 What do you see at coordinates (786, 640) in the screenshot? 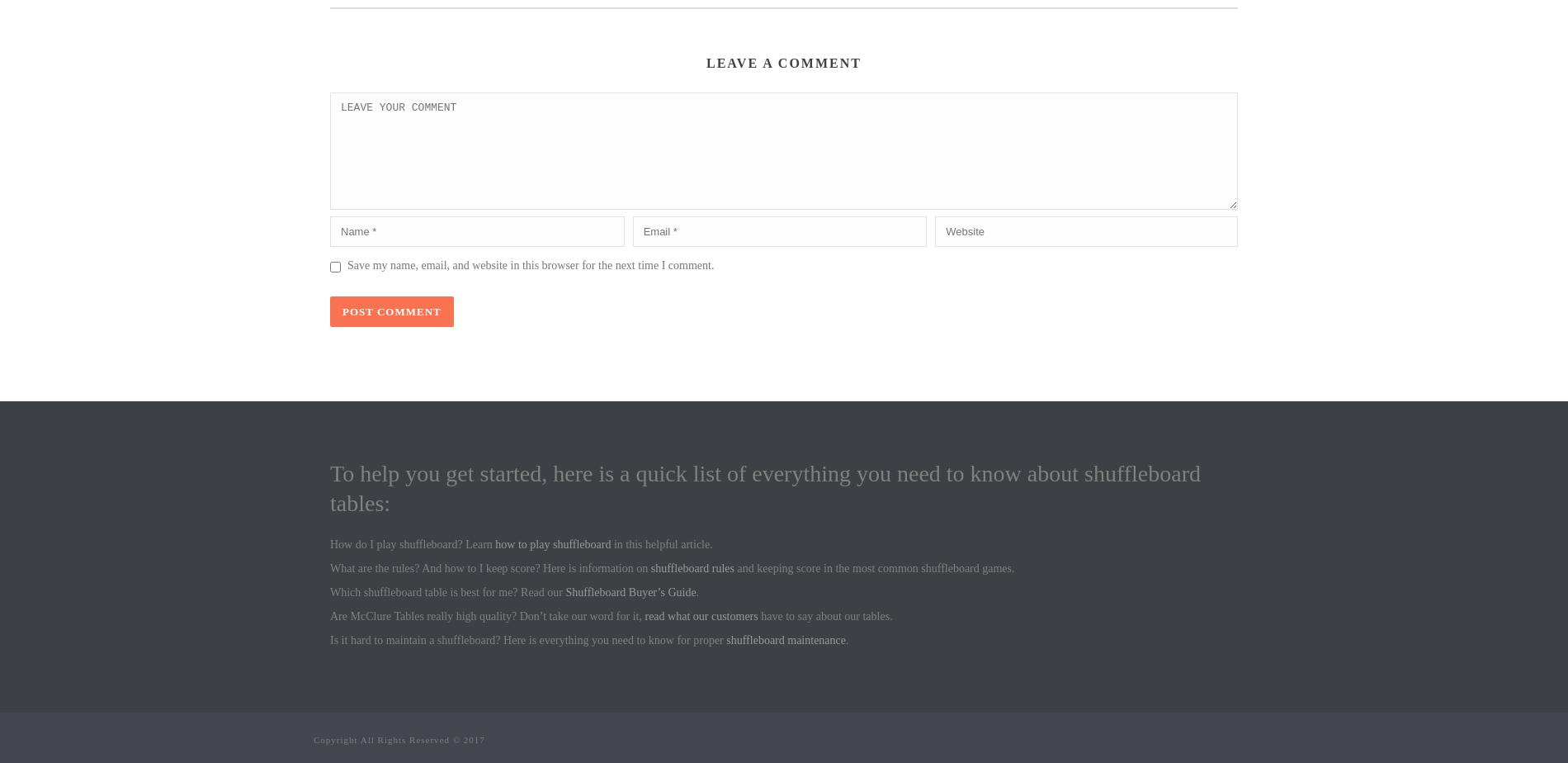
I see `'shuffleboard maintenance'` at bounding box center [786, 640].